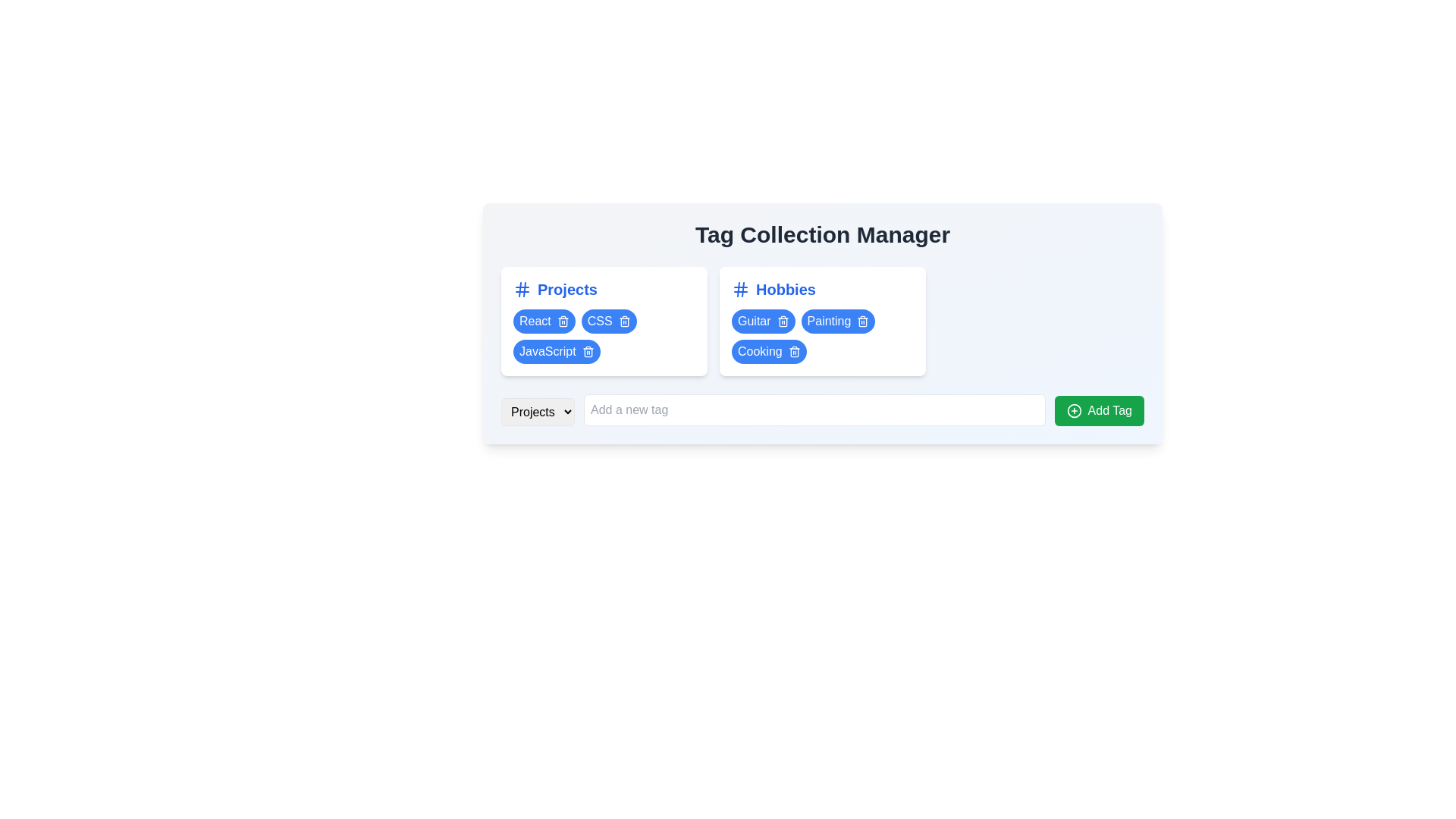  I want to click on the delete button shaped like a trash can with a blue background, located at the rightmost side of the 'JavaScript' tag in the 'Projects' section, so click(587, 351).